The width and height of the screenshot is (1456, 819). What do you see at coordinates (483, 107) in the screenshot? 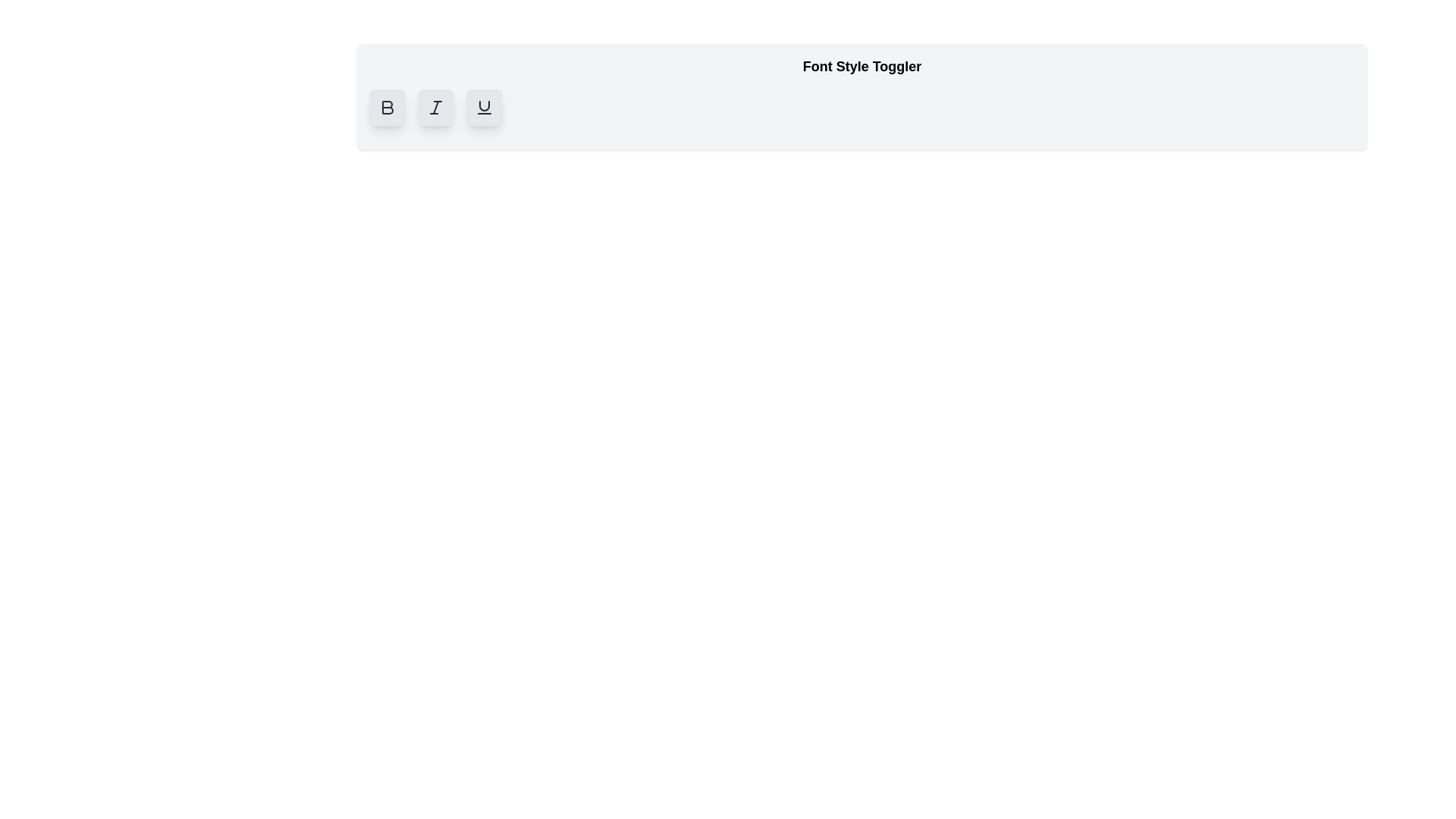
I see `the third button on the toolbar, which is a stylized 'U' icon with a horizontal line beneath it` at bounding box center [483, 107].